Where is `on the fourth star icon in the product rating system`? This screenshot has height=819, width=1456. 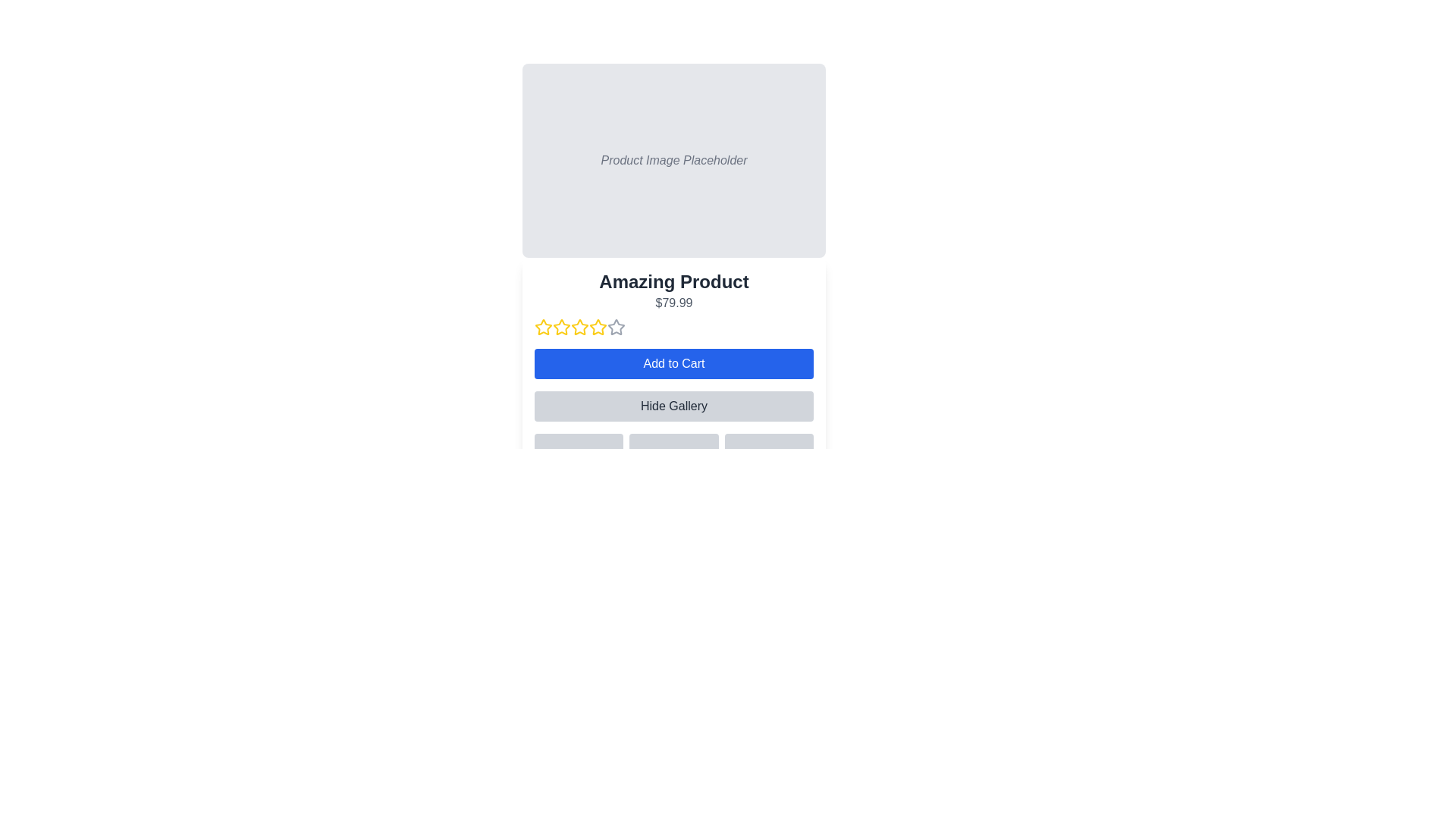
on the fourth star icon in the product rating system is located at coordinates (597, 326).